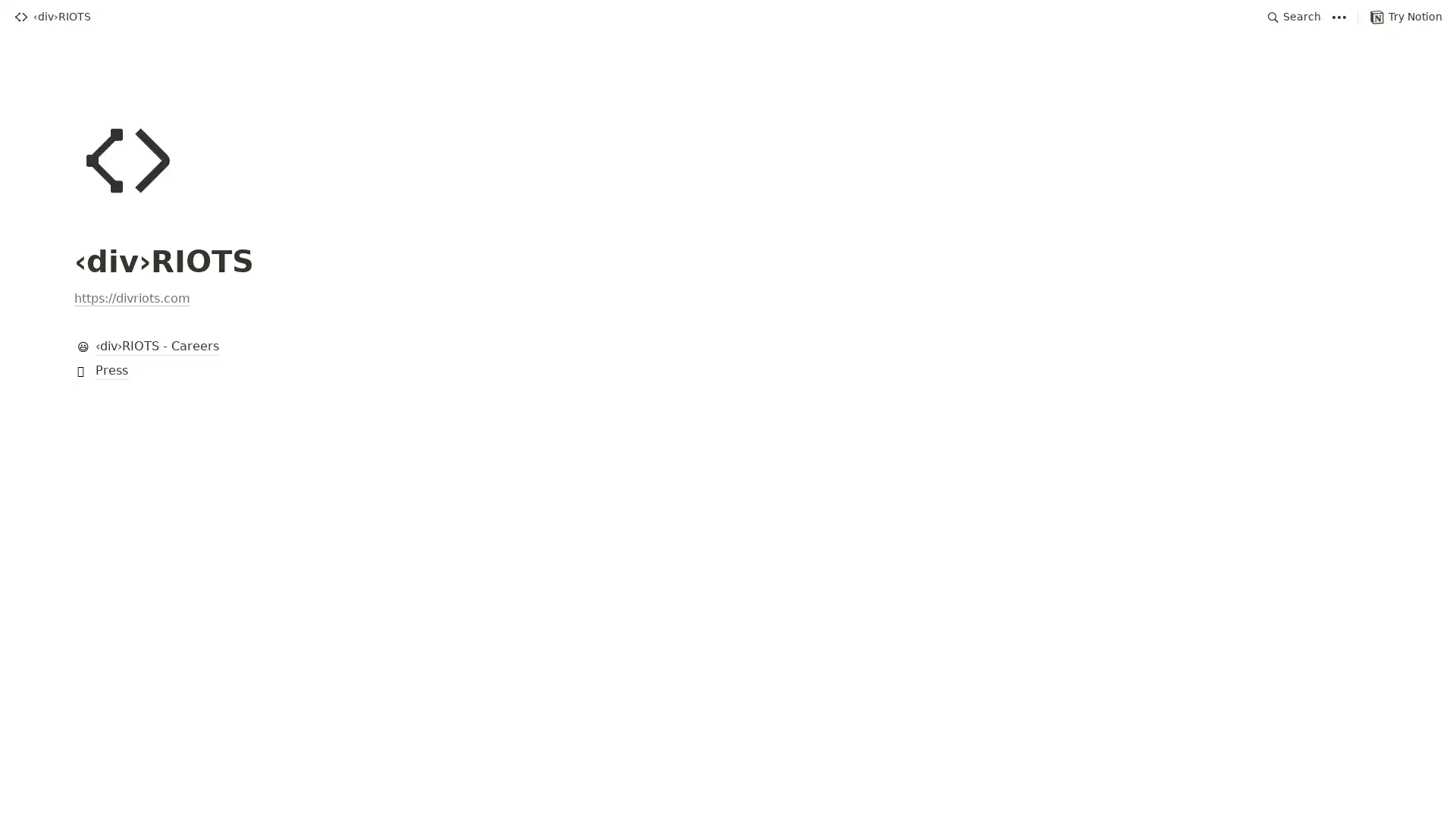 This screenshot has width=1456, height=819. Describe the element at coordinates (1294, 17) in the screenshot. I see `Search` at that location.